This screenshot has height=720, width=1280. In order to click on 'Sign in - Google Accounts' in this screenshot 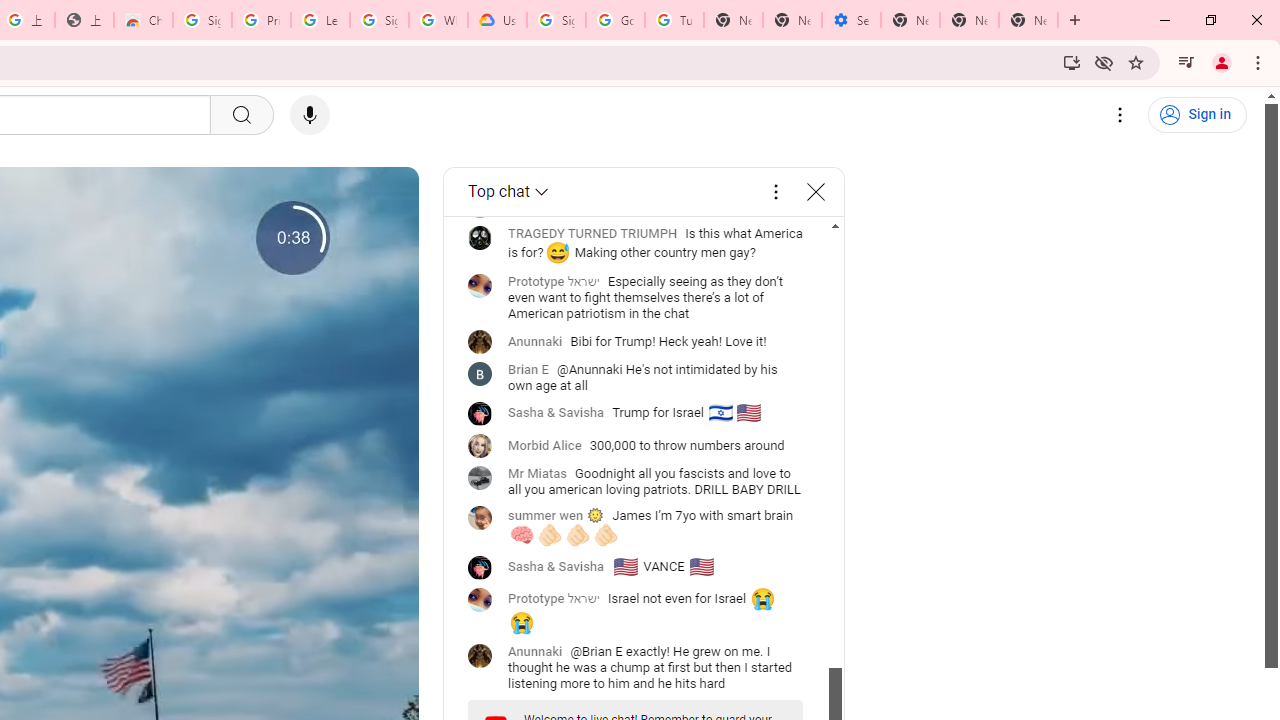, I will do `click(202, 20)`.